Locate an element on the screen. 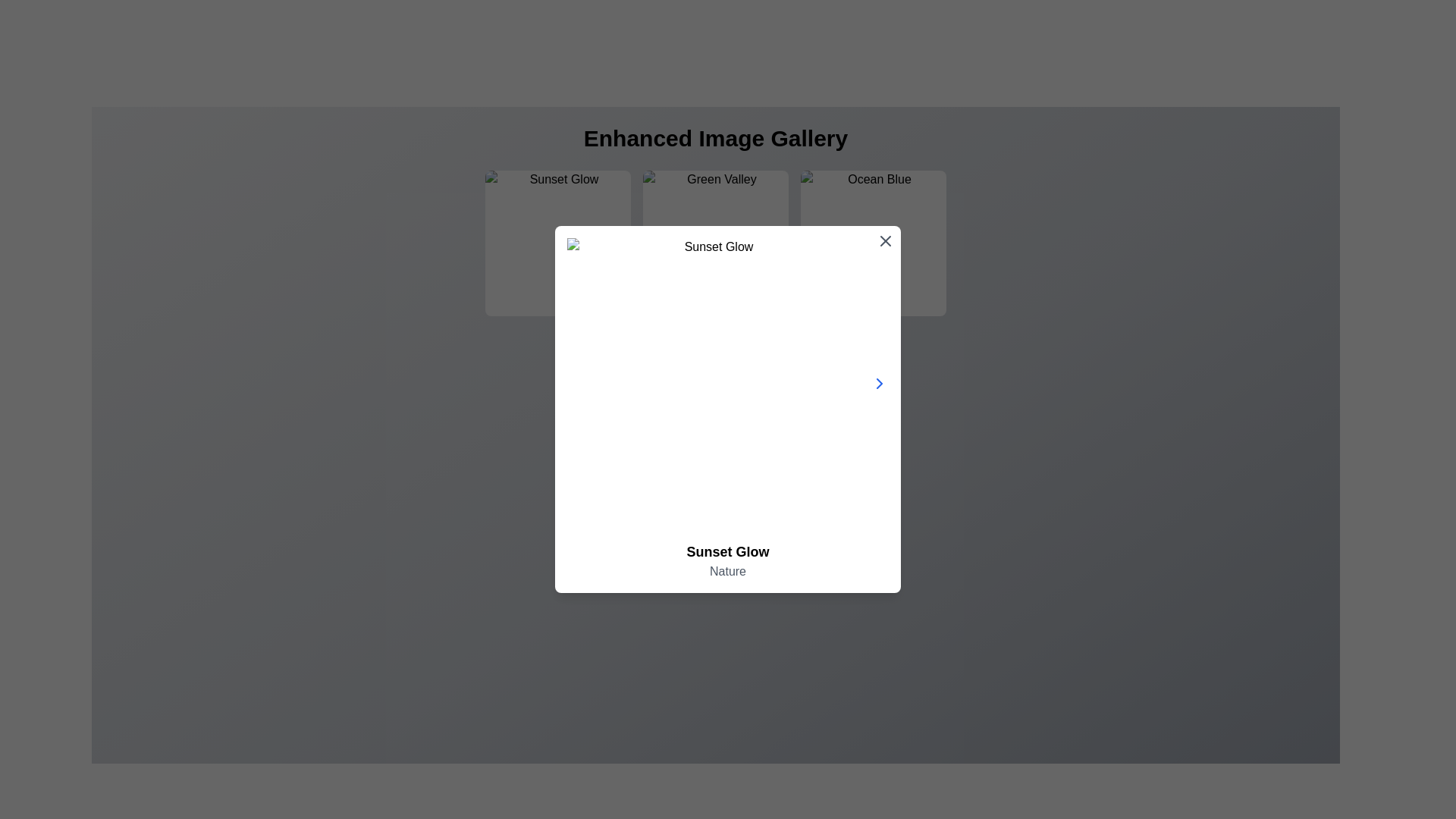  the text block containing 'Sunset Glow' and 'Nature', which is positioned at the bottom of a card or modal, centrally aligned under an image is located at coordinates (728, 561).